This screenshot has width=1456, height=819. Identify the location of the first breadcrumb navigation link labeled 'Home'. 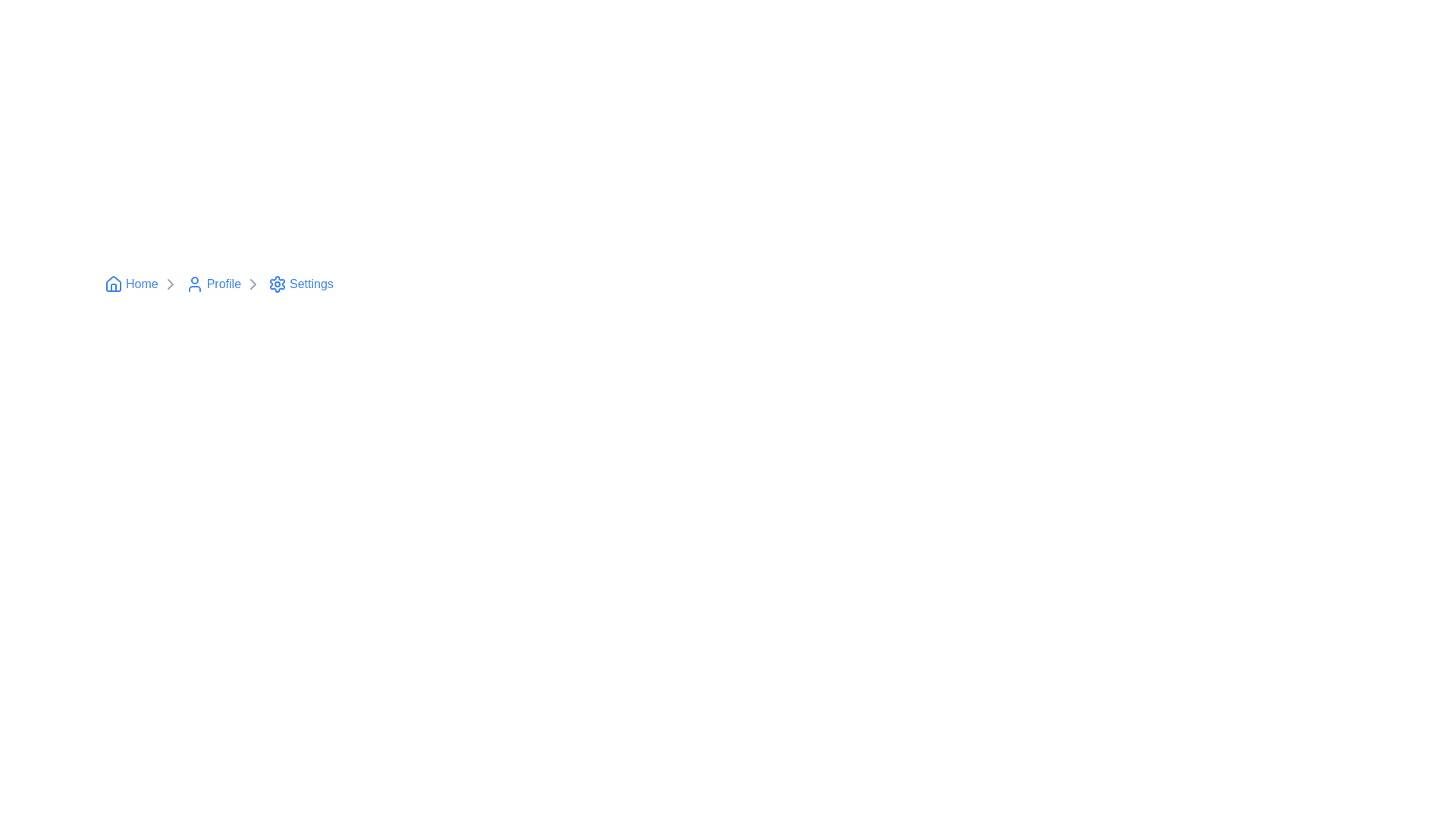
(142, 284).